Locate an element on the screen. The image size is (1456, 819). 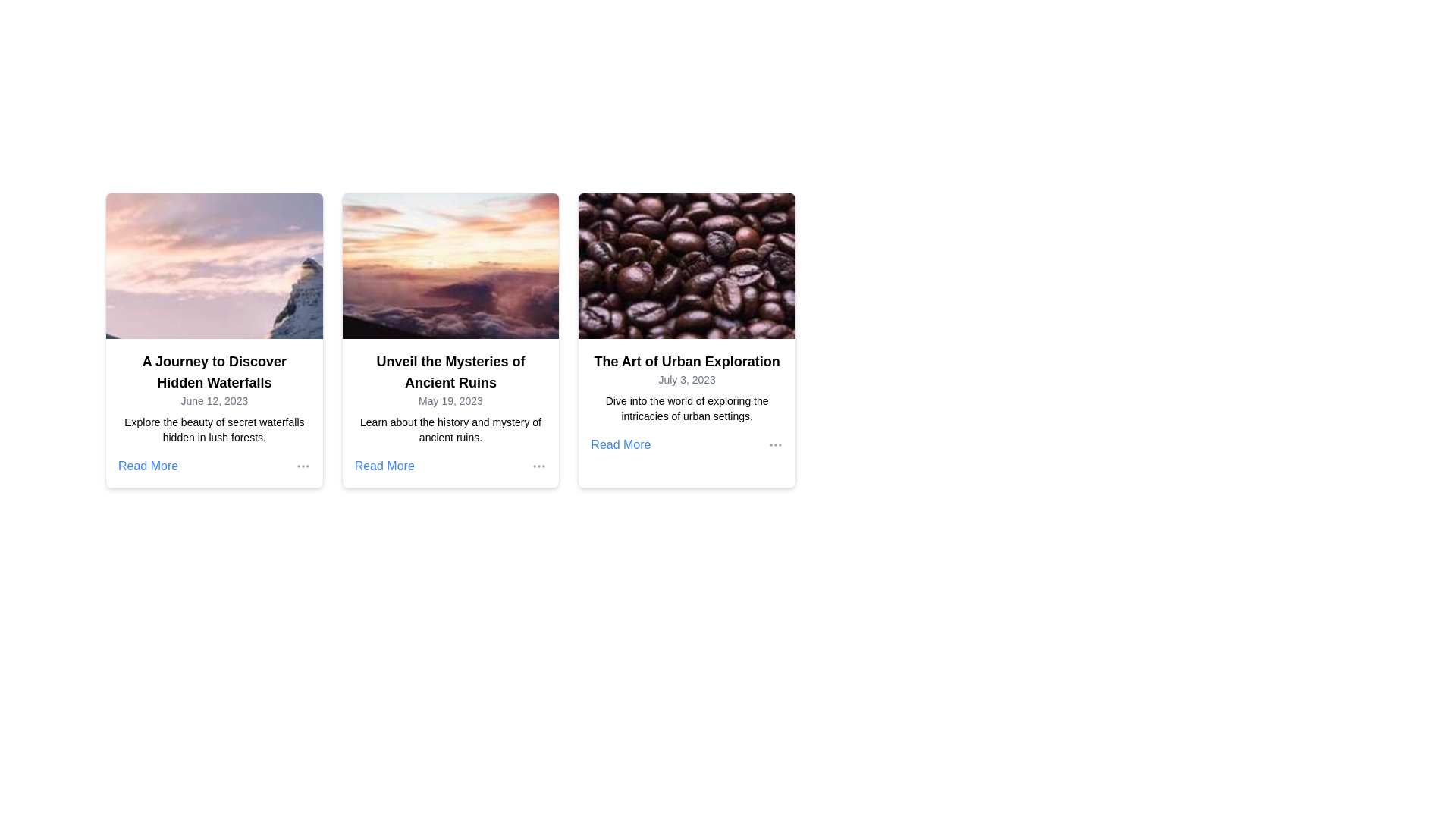
the header text element located at the top of the first card, which serves as the main title for the related content is located at coordinates (213, 372).